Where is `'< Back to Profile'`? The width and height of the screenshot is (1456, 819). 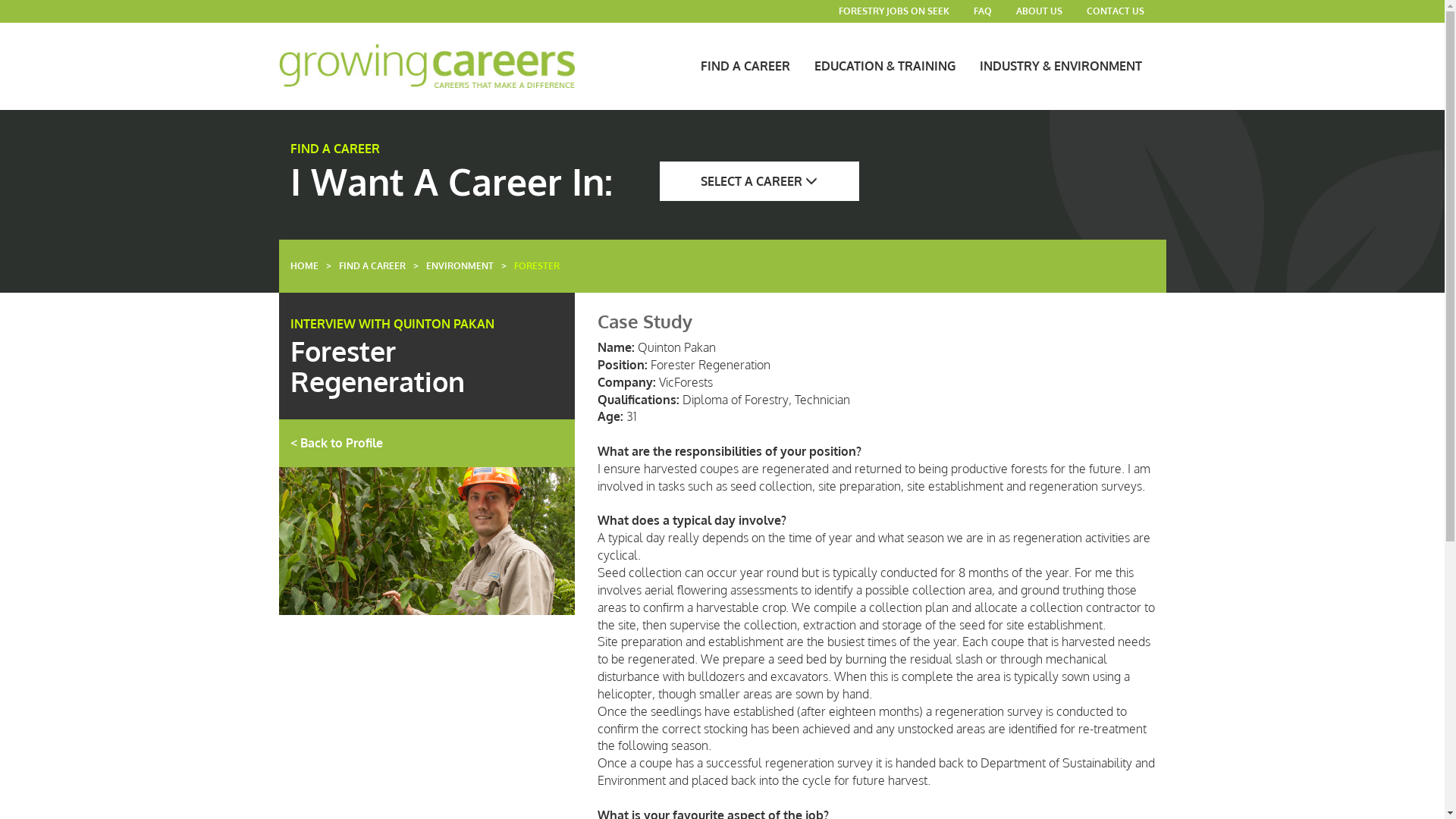 '< Back to Profile' is located at coordinates (425, 443).